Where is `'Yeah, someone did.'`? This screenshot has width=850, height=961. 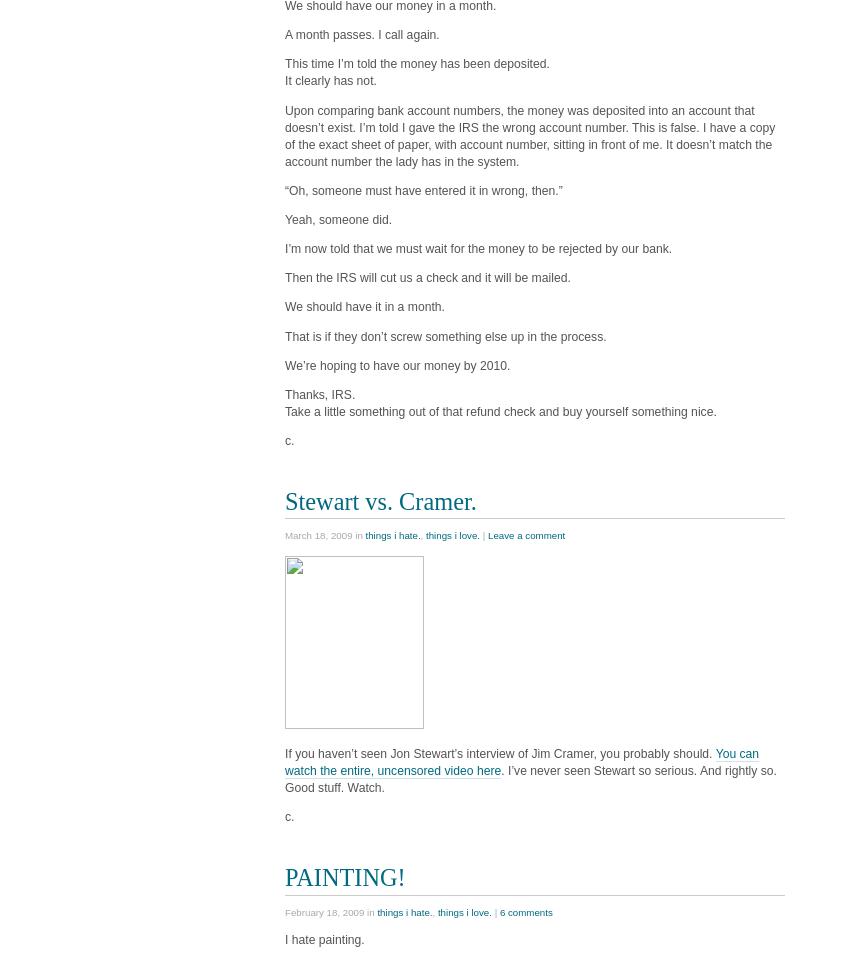 'Yeah, someone did.' is located at coordinates (338, 218).